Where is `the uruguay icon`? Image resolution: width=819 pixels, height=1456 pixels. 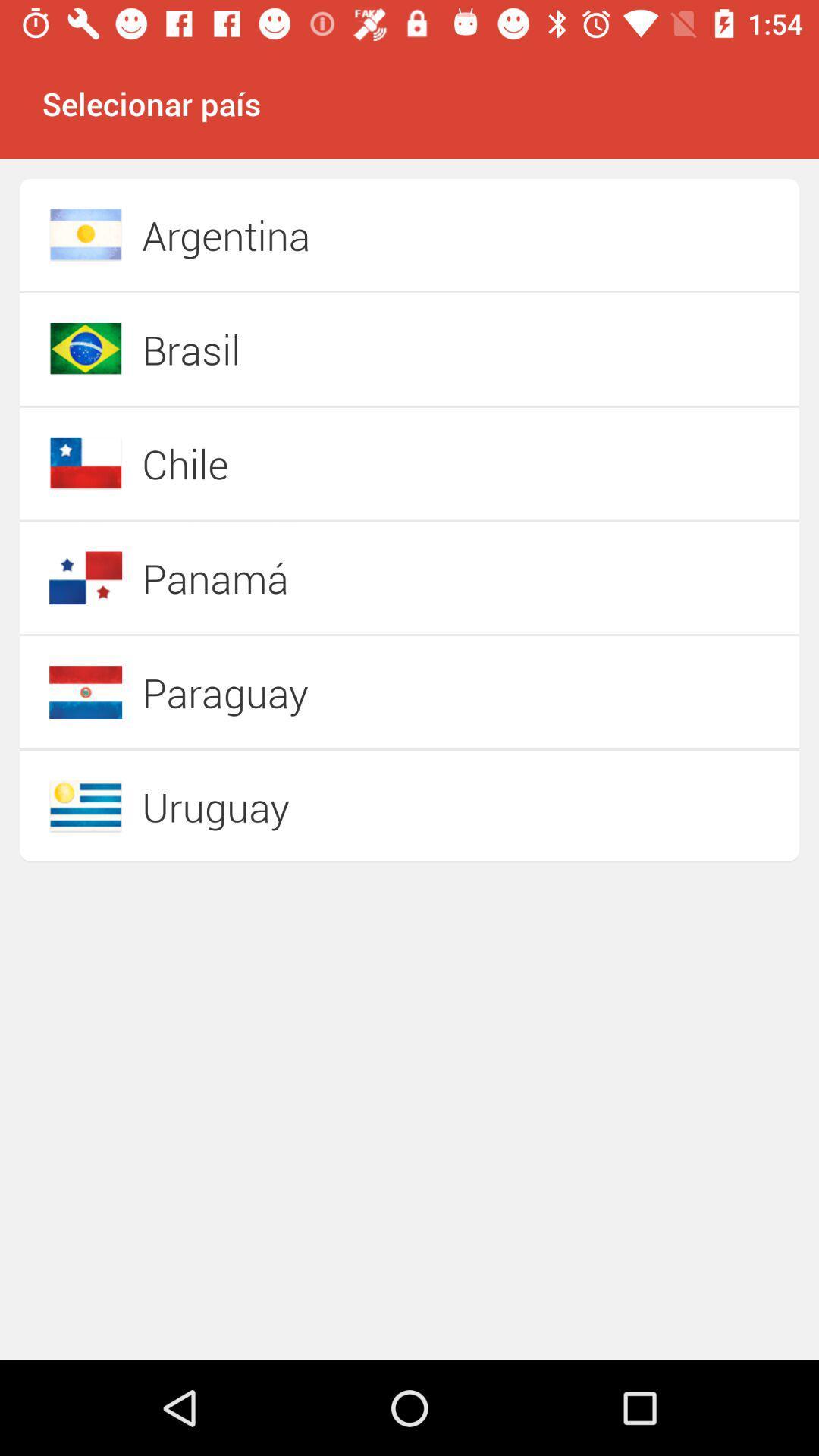
the uruguay icon is located at coordinates (356, 805).